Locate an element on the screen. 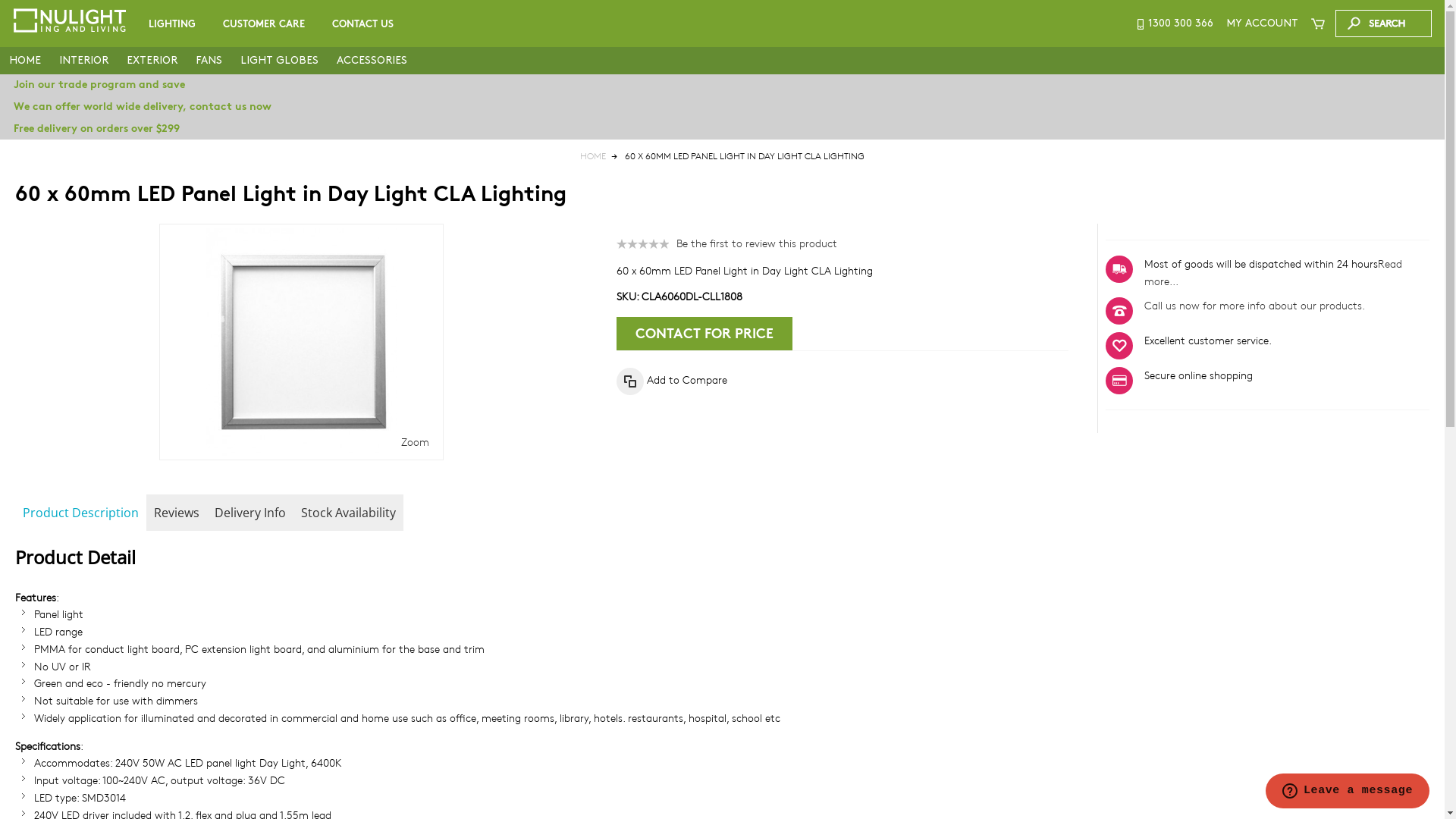 This screenshot has width=1456, height=819. 'Read more...' is located at coordinates (1273, 271).